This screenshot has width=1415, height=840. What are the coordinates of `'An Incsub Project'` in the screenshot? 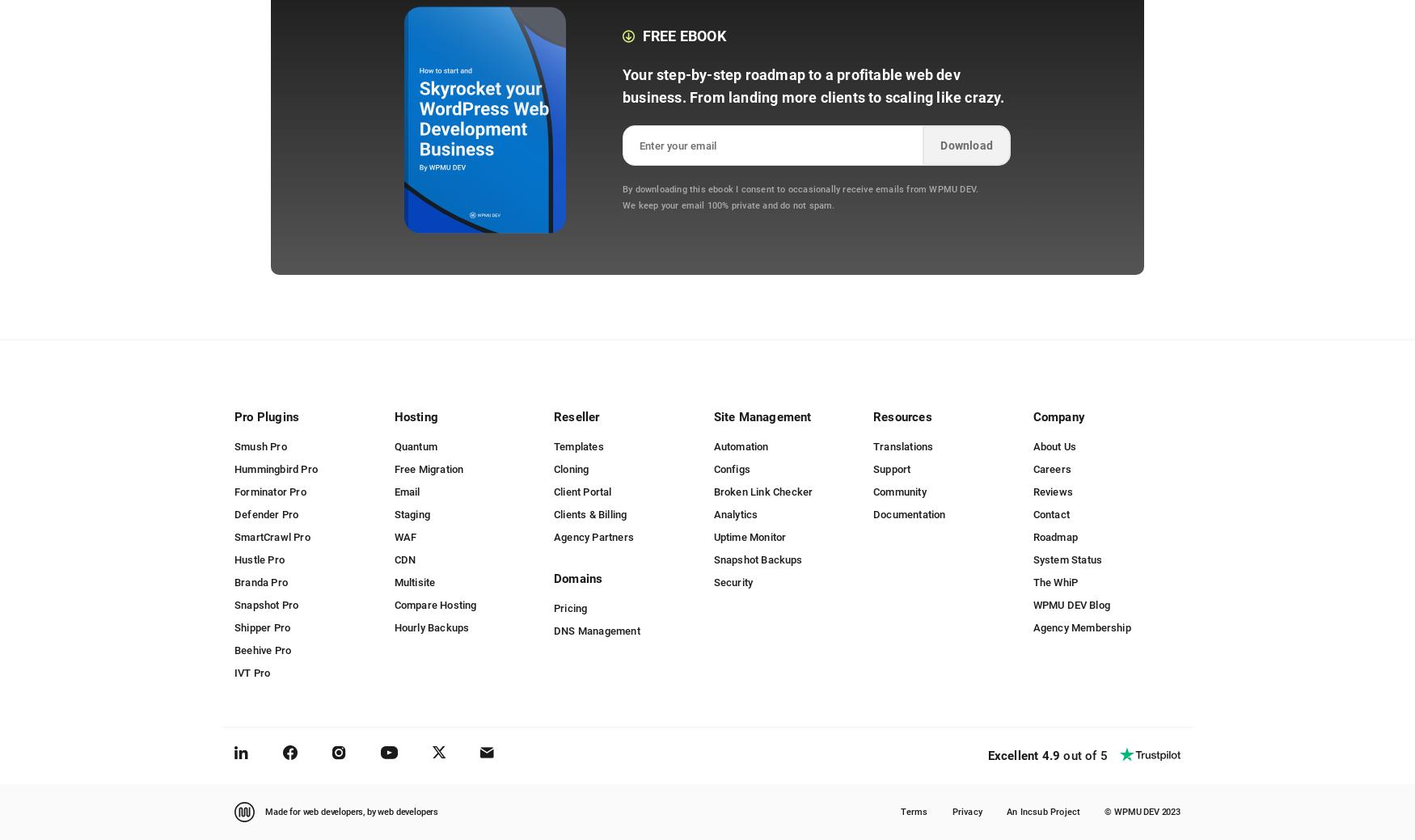 It's located at (1042, 811).